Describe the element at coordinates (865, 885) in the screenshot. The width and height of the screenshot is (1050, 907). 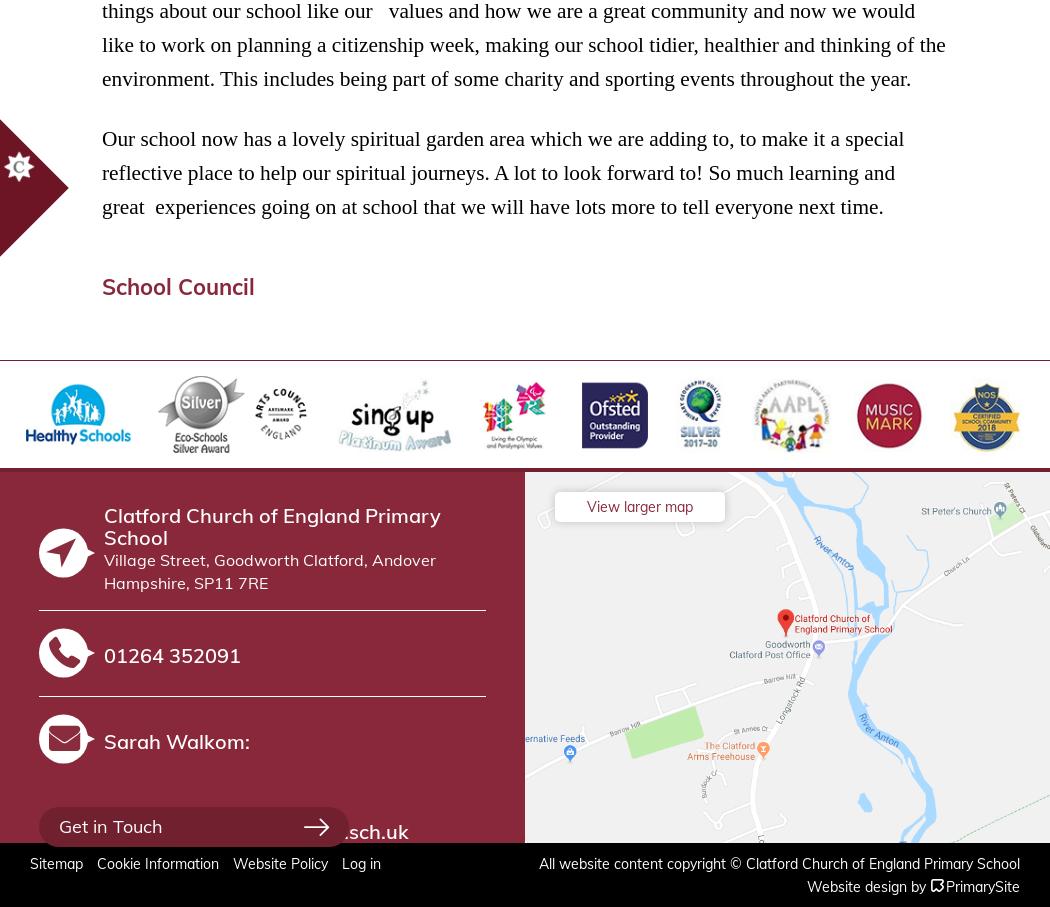
I see `'Website design by'` at that location.